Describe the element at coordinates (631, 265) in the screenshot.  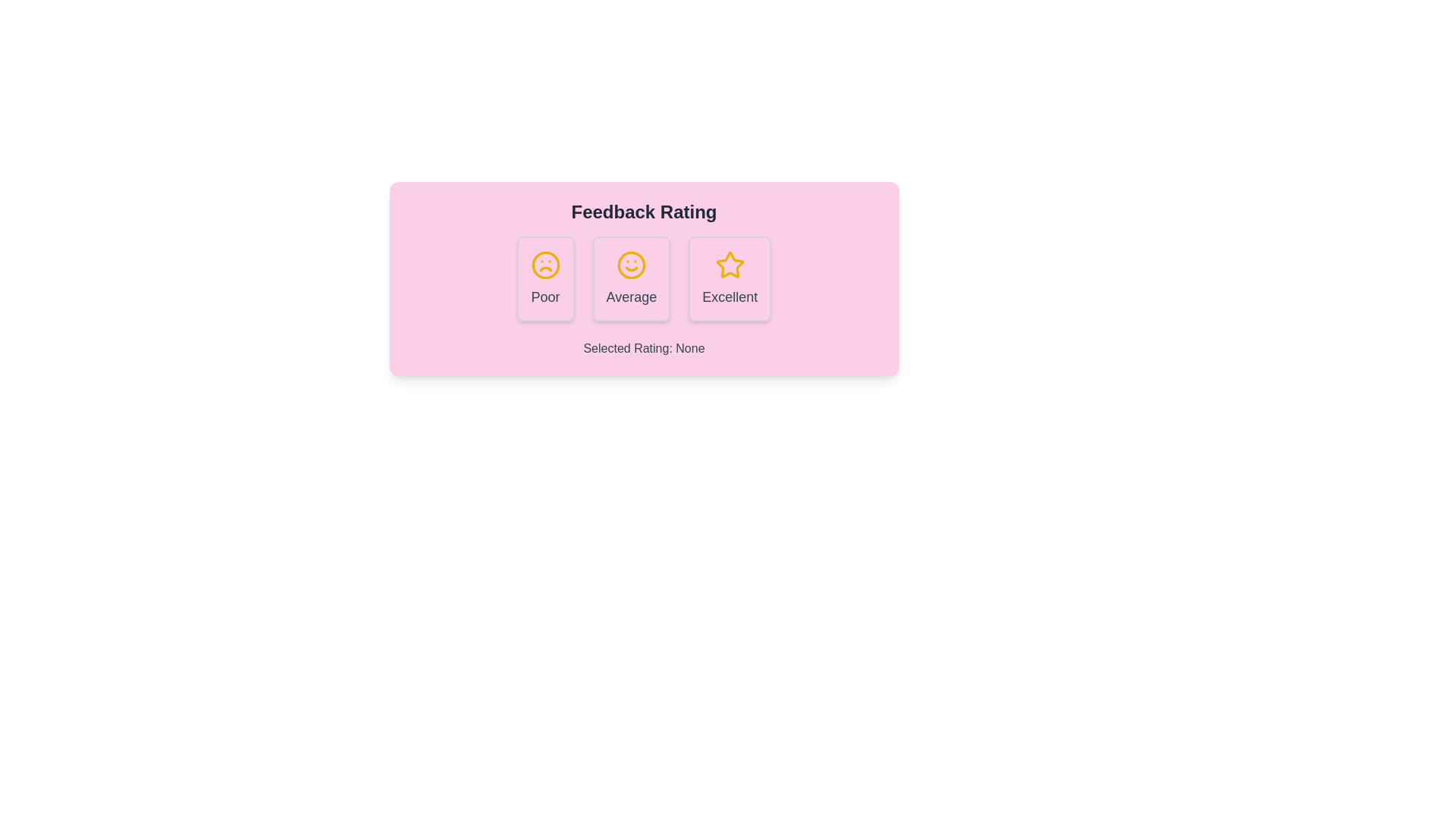
I see `the yellow circle representing the outer boundary of the smiley face in the SVG graphic` at that location.